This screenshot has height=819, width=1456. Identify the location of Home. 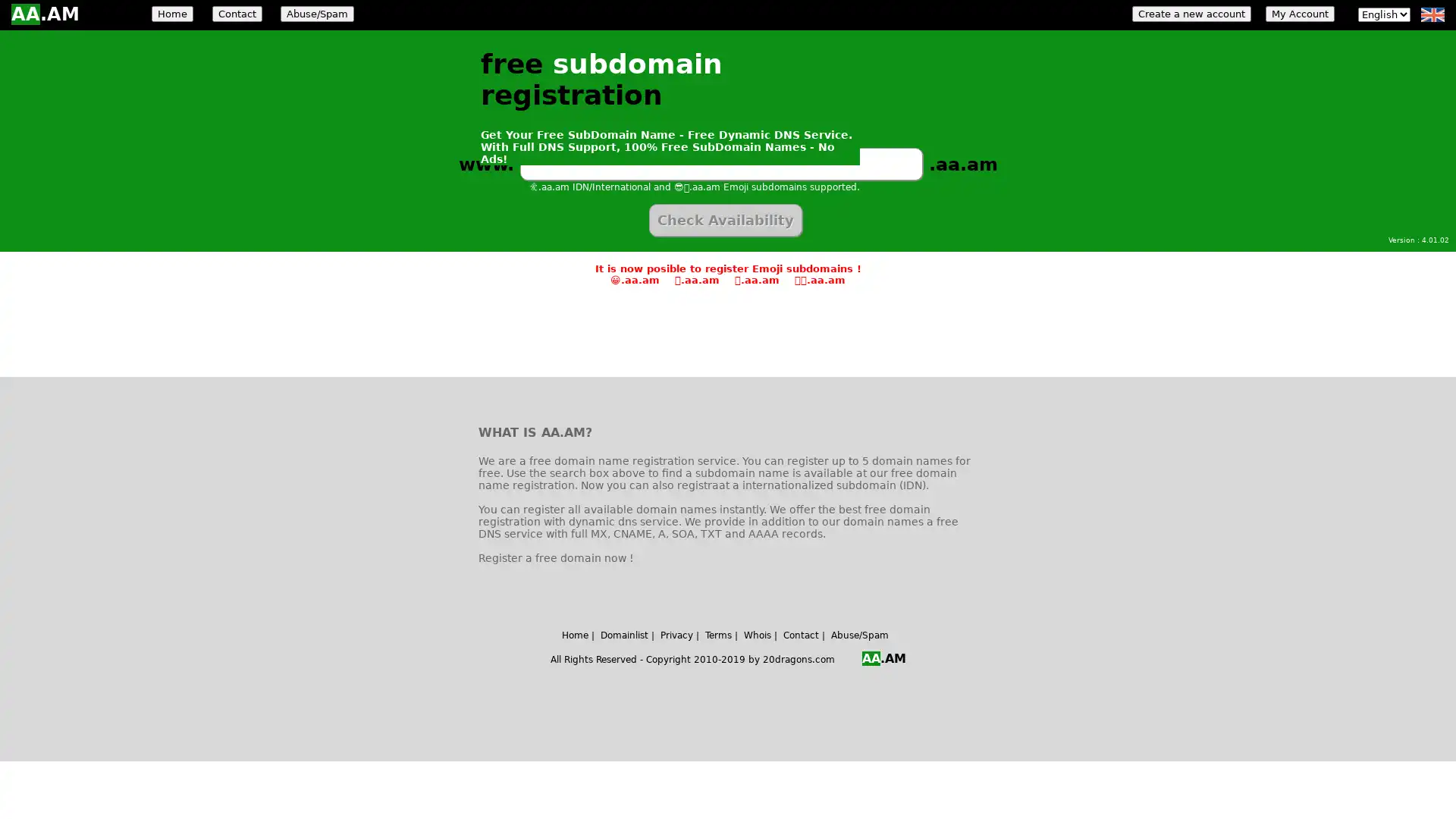
(172, 14).